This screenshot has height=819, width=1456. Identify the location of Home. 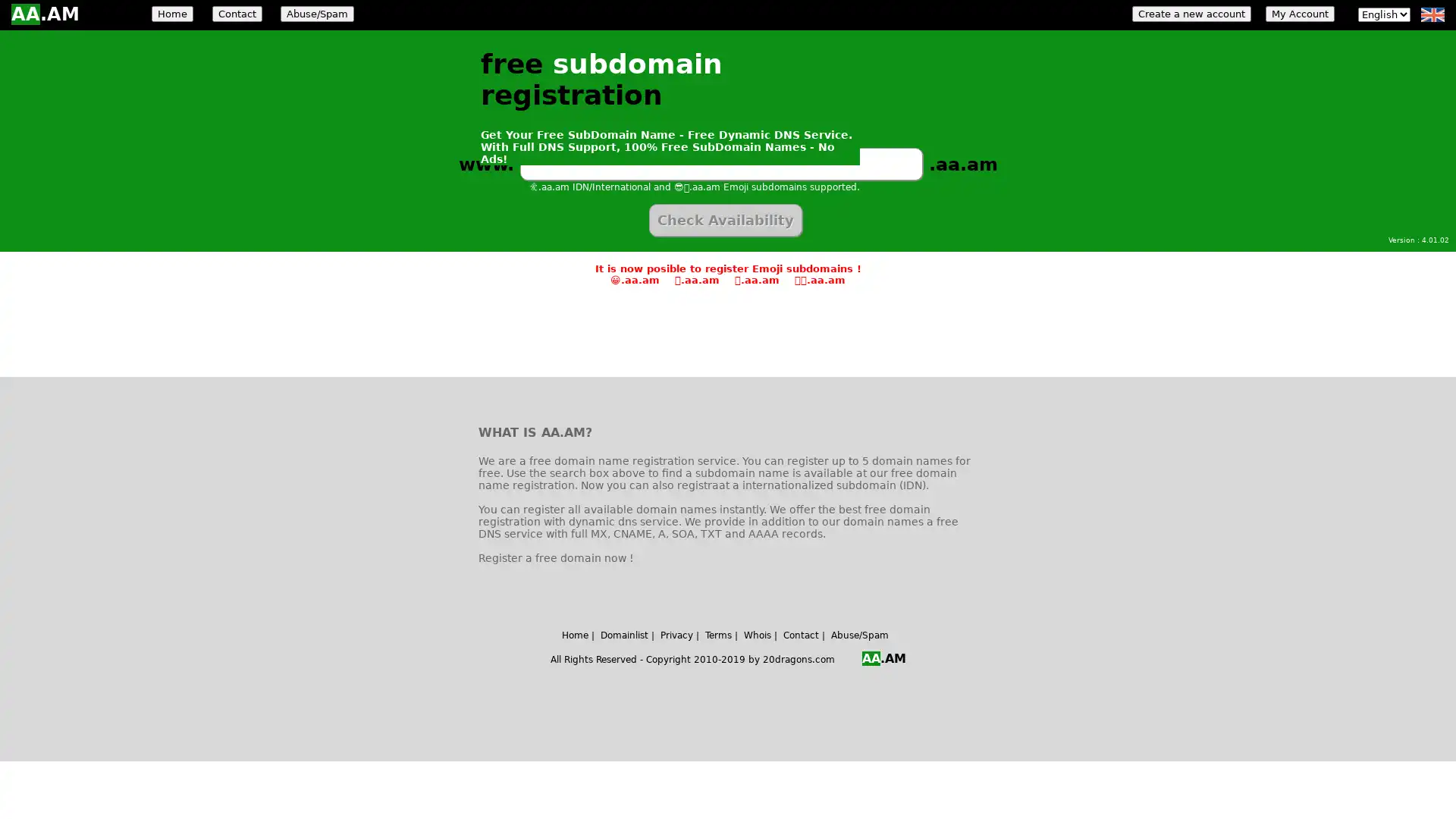
(172, 14).